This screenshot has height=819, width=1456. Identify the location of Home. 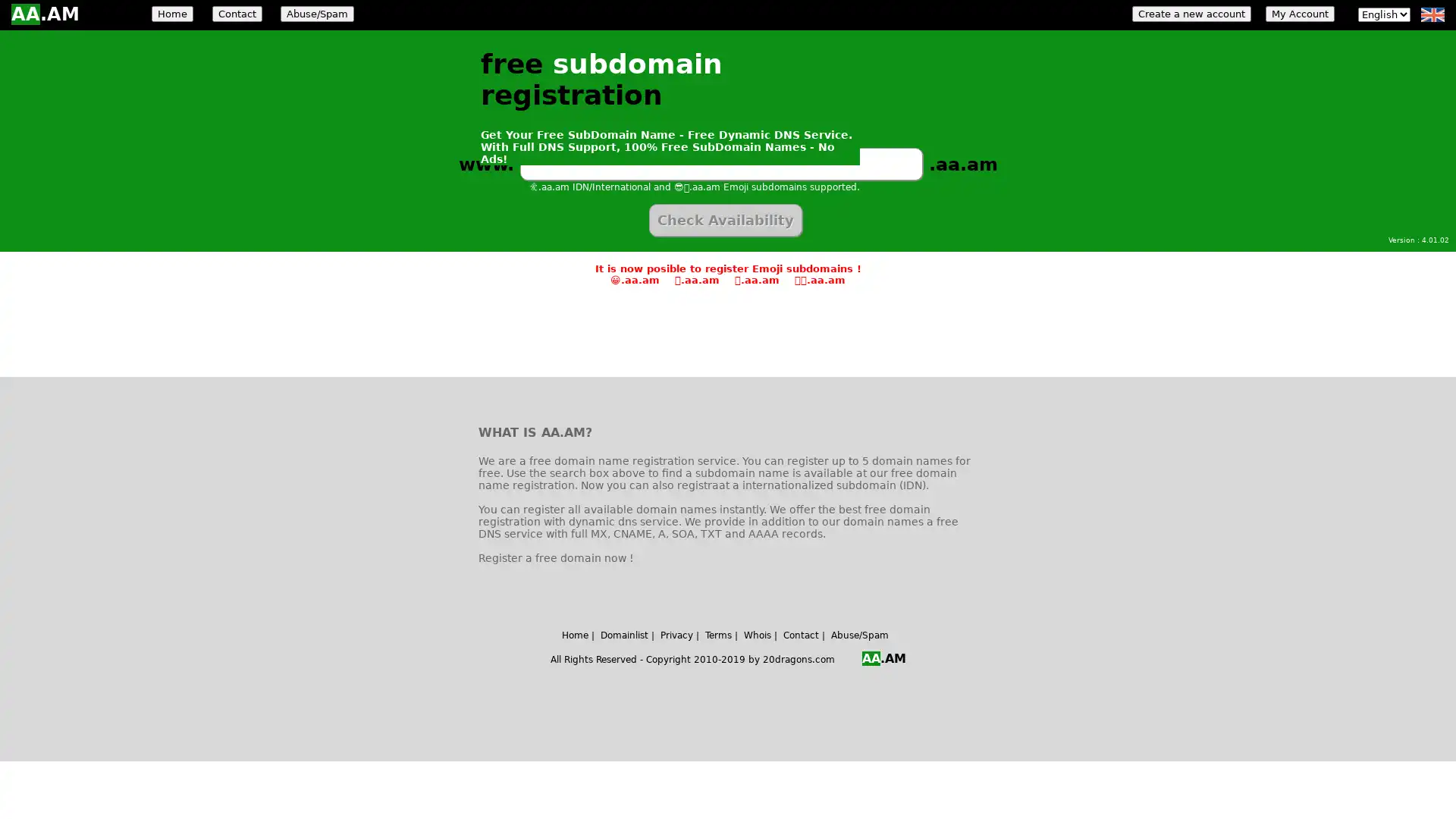
(172, 14).